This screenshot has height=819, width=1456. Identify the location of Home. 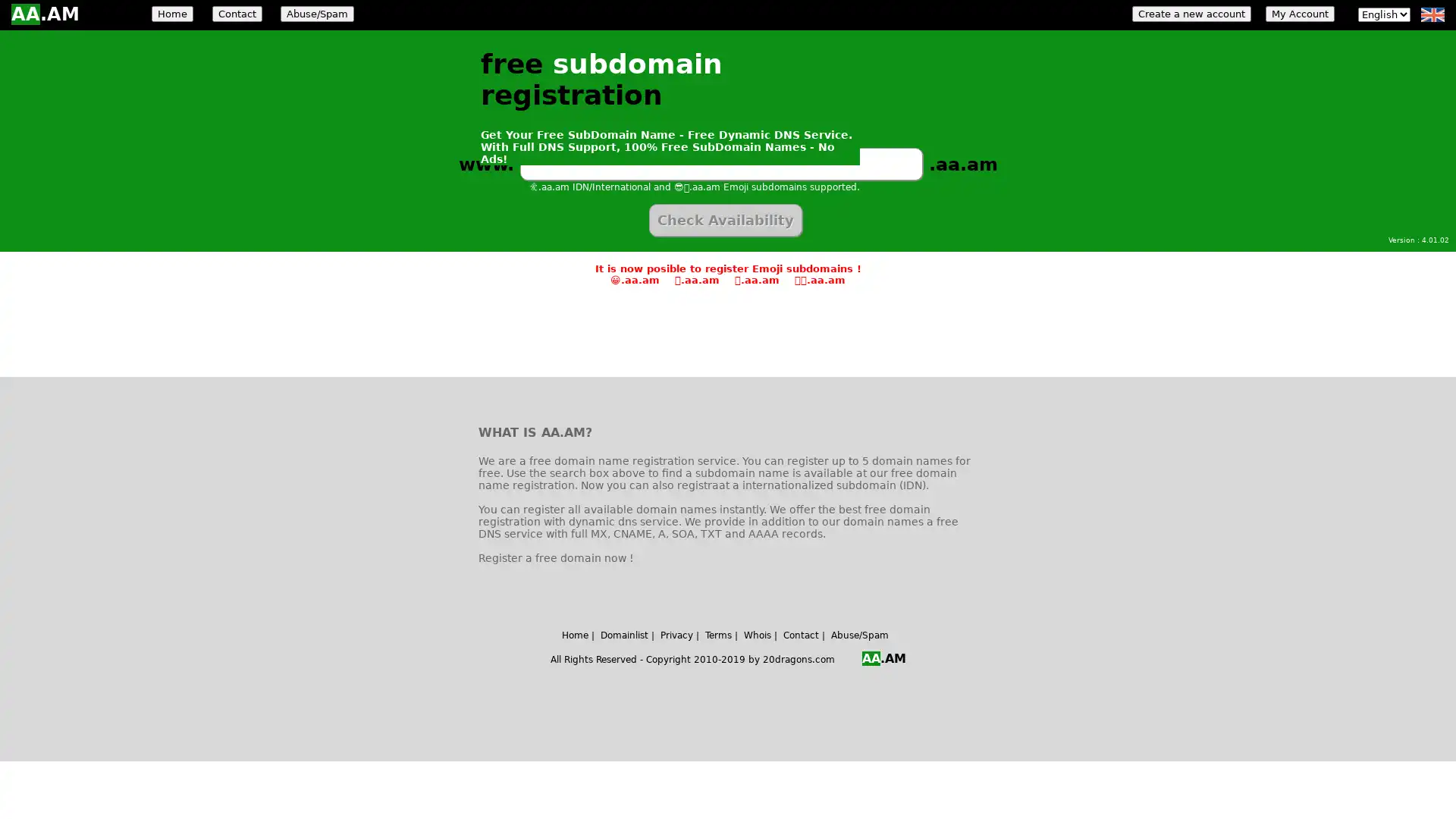
(172, 14).